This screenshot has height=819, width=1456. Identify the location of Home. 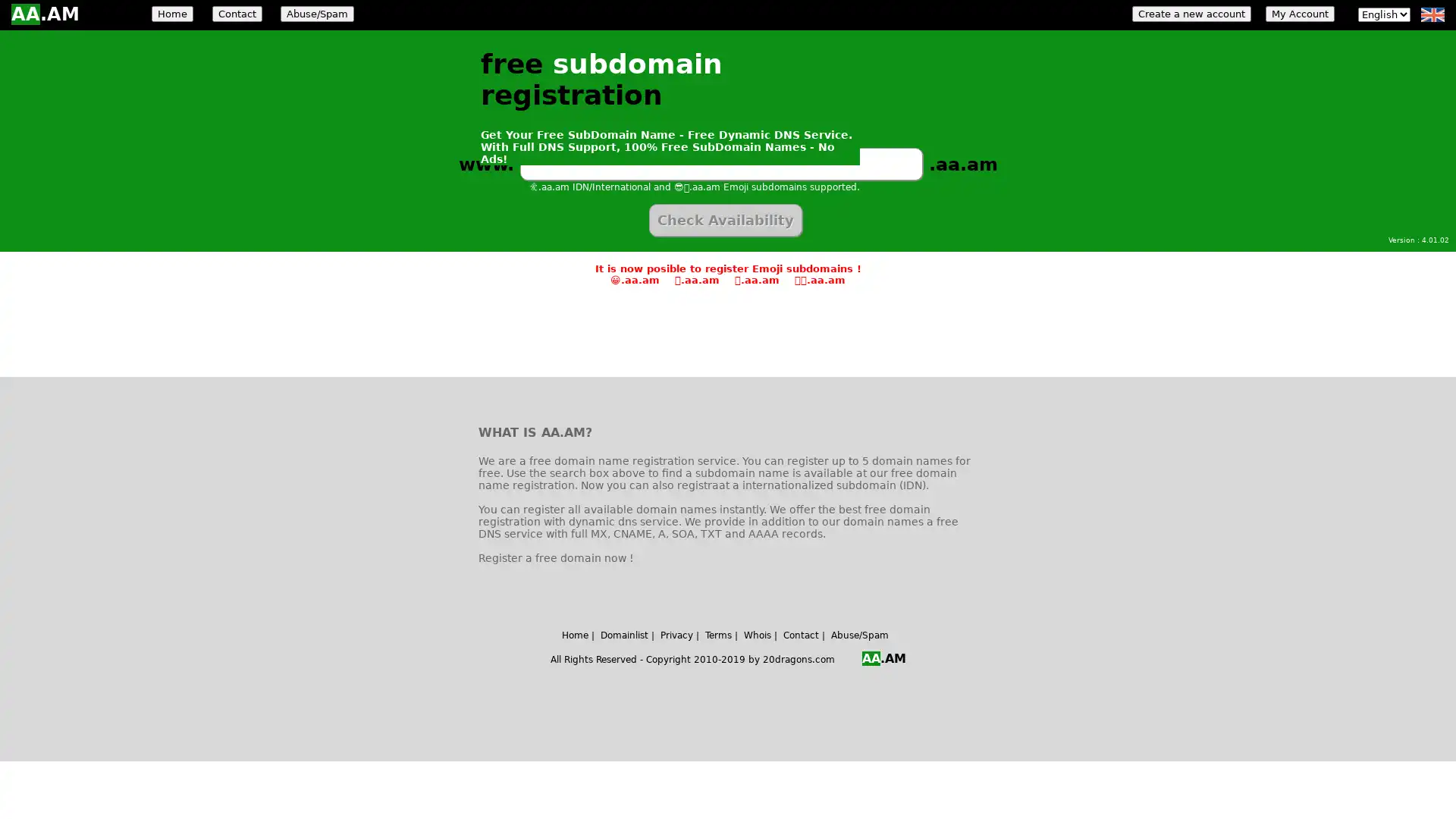
(172, 14).